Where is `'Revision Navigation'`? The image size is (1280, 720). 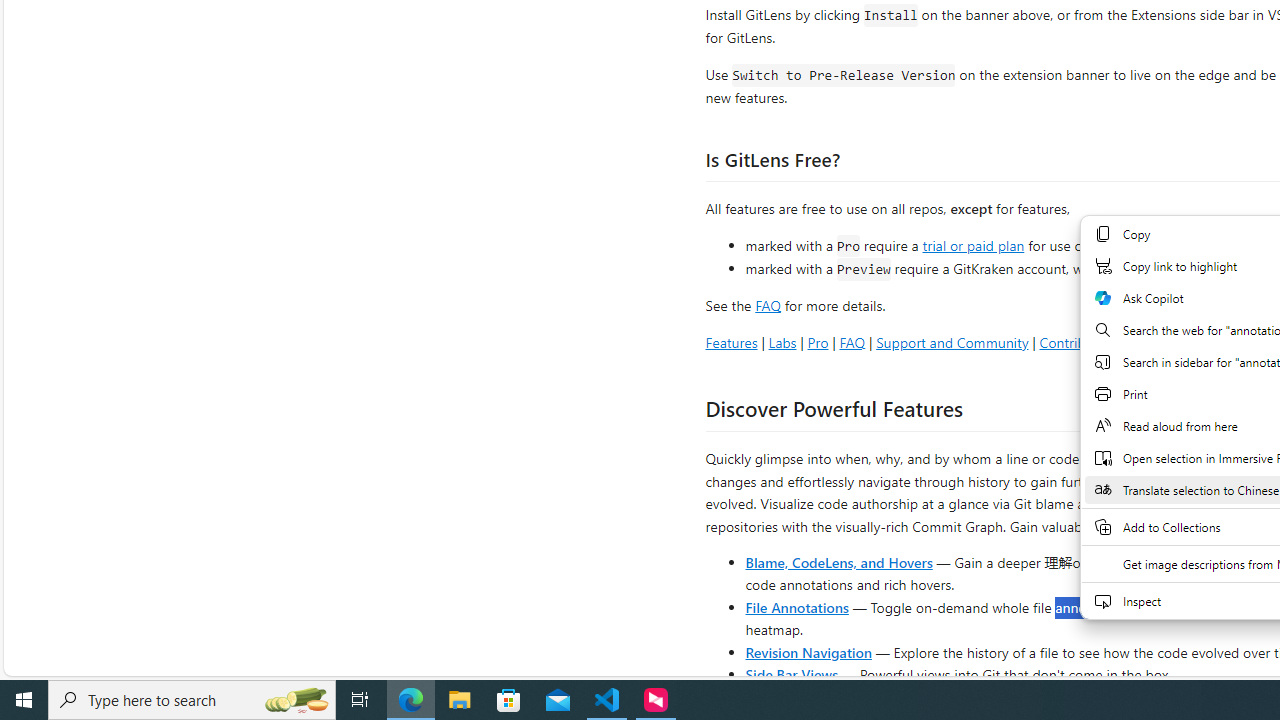 'Revision Navigation' is located at coordinates (808, 651).